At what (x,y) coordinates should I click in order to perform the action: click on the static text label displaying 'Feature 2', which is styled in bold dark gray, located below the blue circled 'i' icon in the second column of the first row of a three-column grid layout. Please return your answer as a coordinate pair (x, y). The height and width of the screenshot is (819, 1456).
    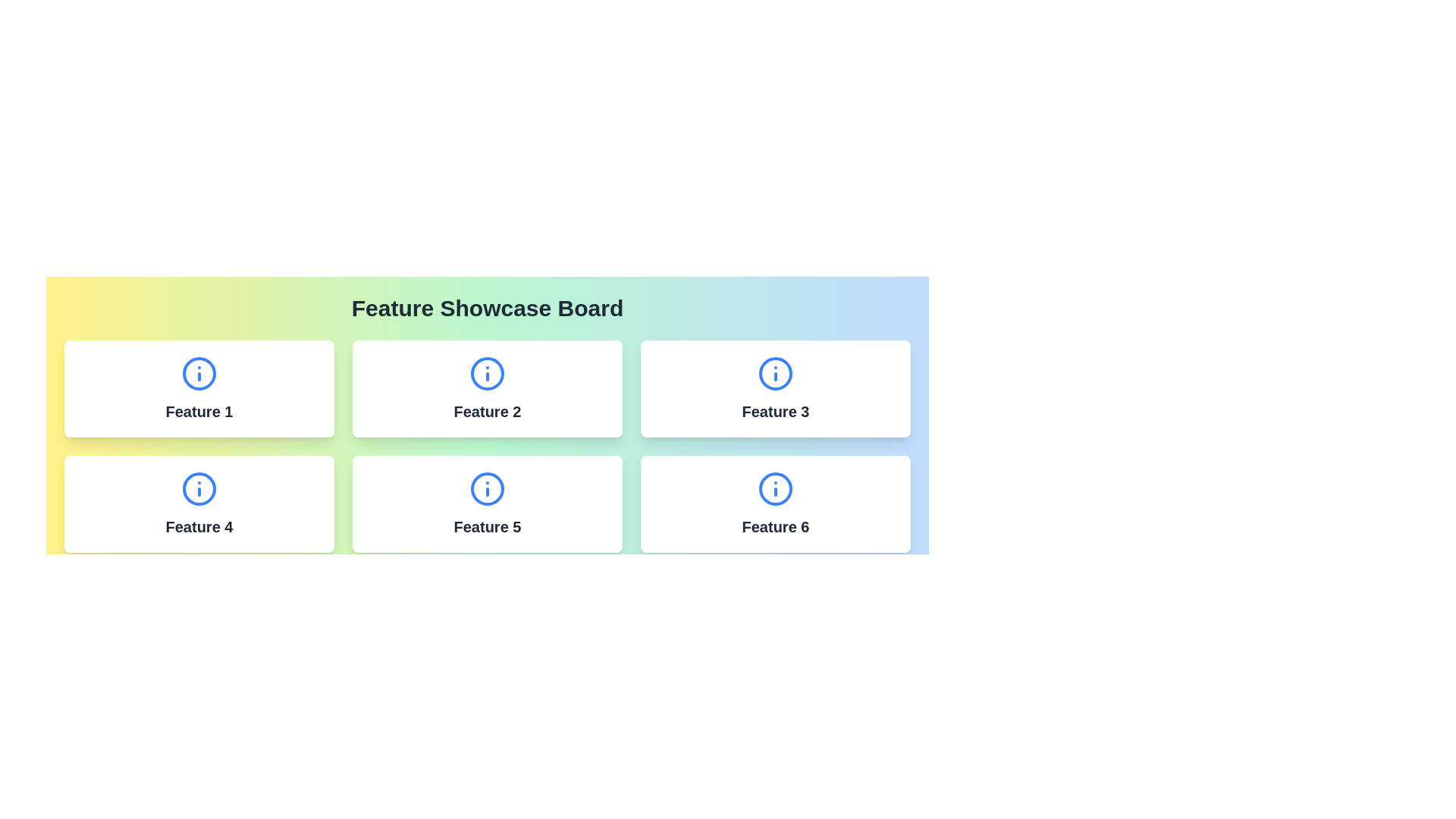
    Looking at the image, I should click on (488, 412).